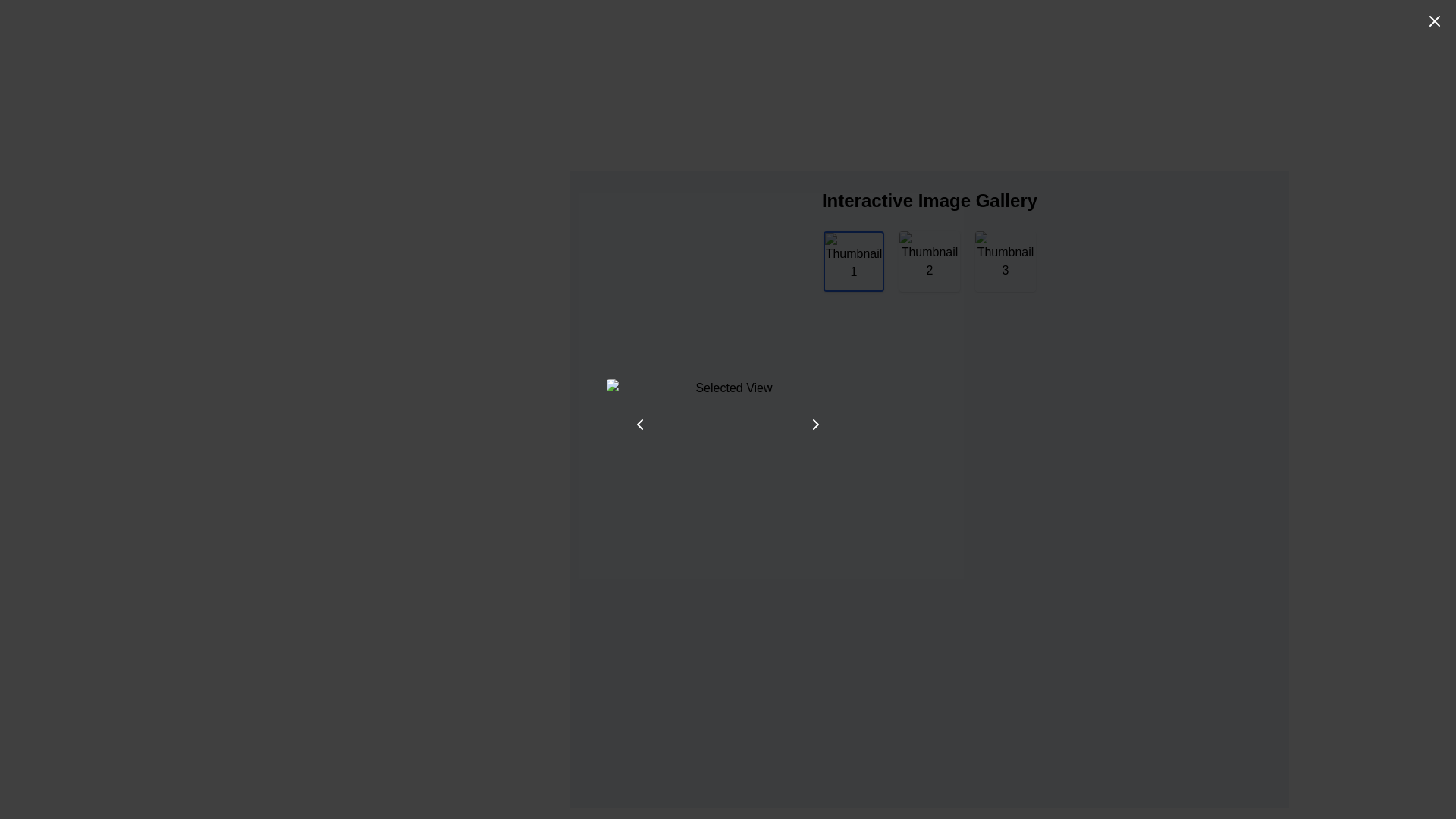 Image resolution: width=1456 pixels, height=819 pixels. I want to click on the left-pointing chevron icon button, so click(640, 424).